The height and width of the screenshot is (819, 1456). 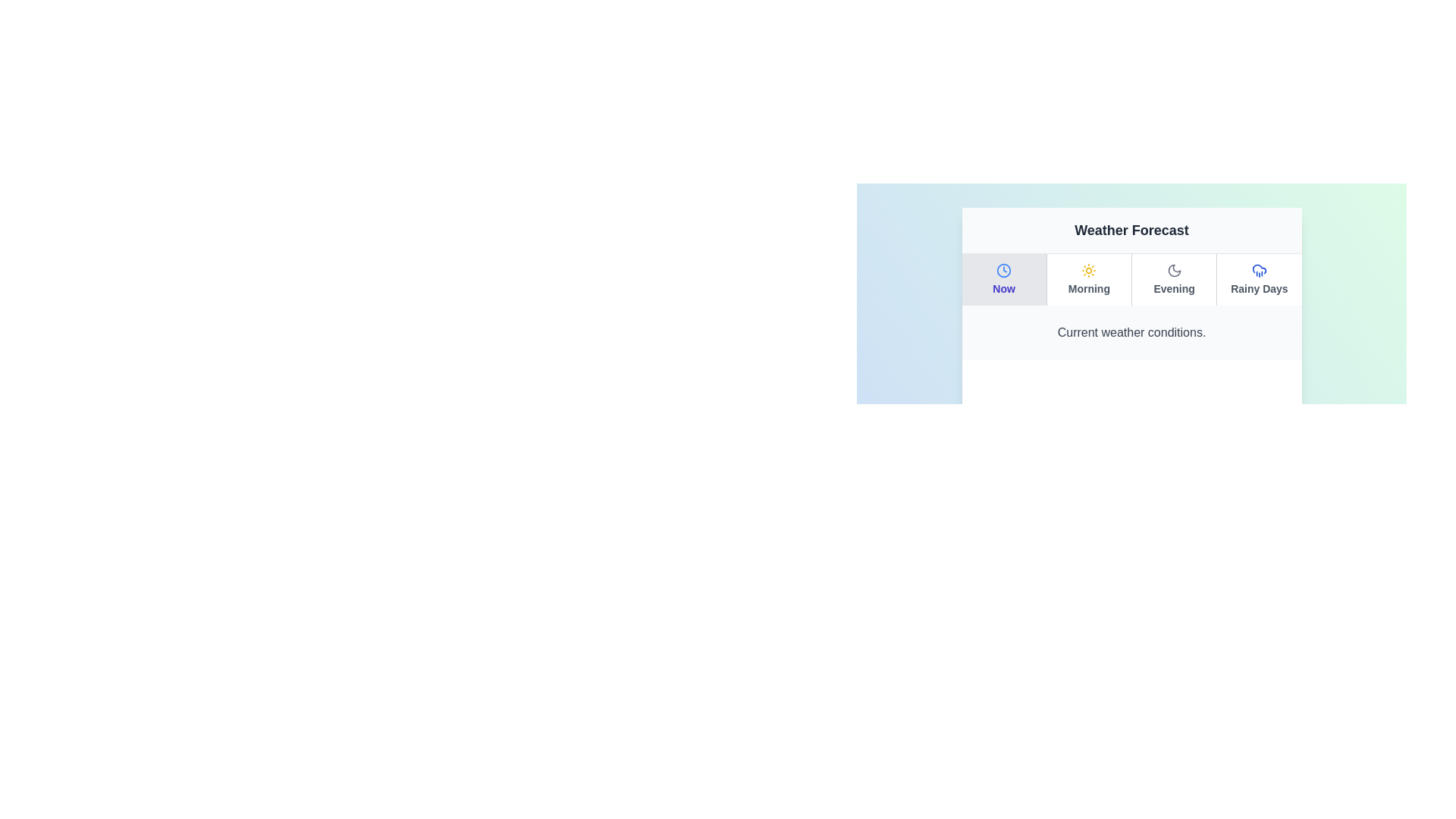 What do you see at coordinates (1259, 270) in the screenshot?
I see `the blue cloud and rain icon representing rainy weather, located near the text 'Rainy Days', aligned to the right within the row of weather conditions options` at bounding box center [1259, 270].